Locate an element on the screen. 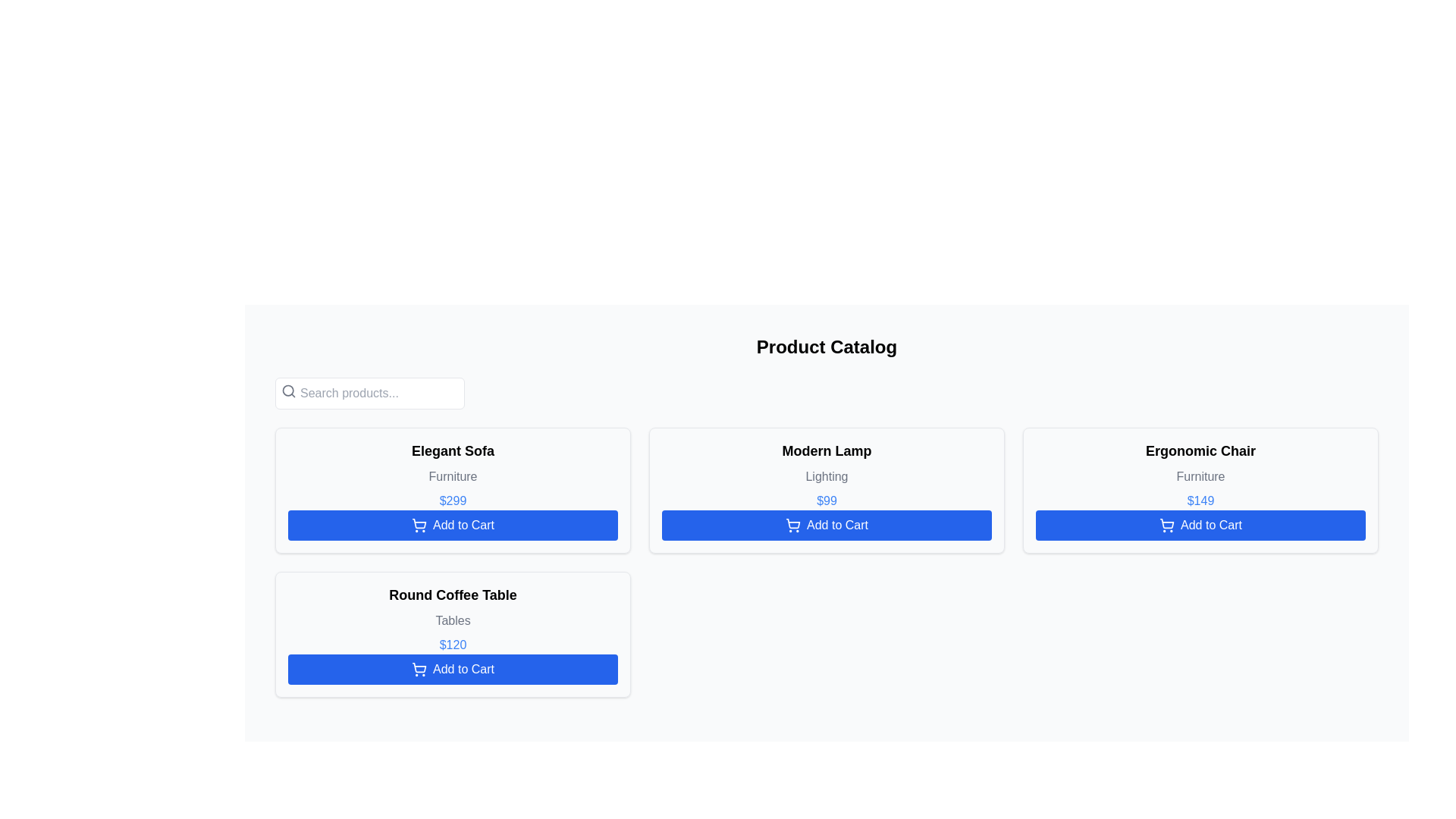  the 'Add to Cart' button for the 'Elegant Sofa' product is located at coordinates (452, 525).